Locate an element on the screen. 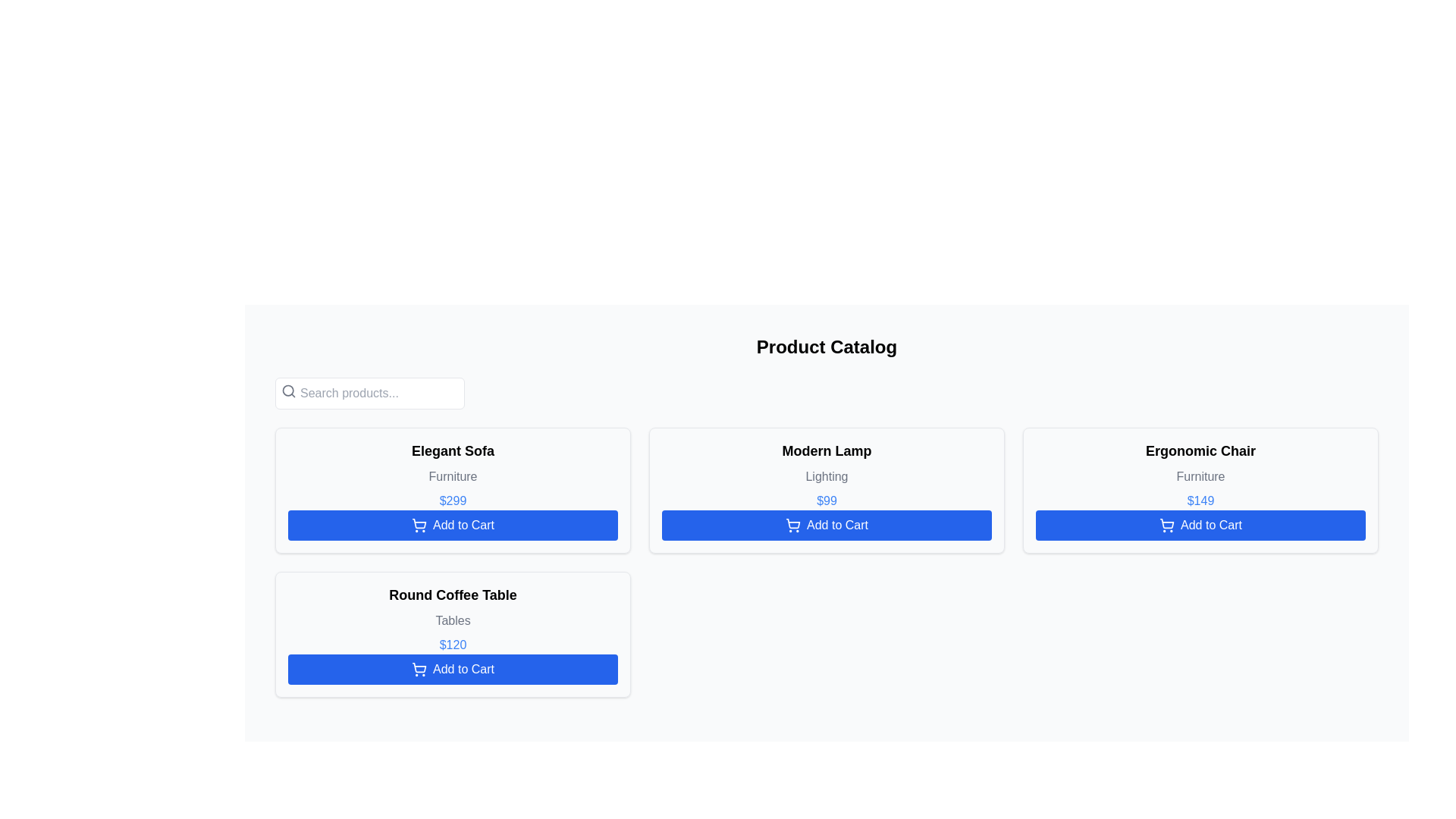  the 'Add to Cart' button for the 'Elegant Sofa' product is located at coordinates (452, 525).